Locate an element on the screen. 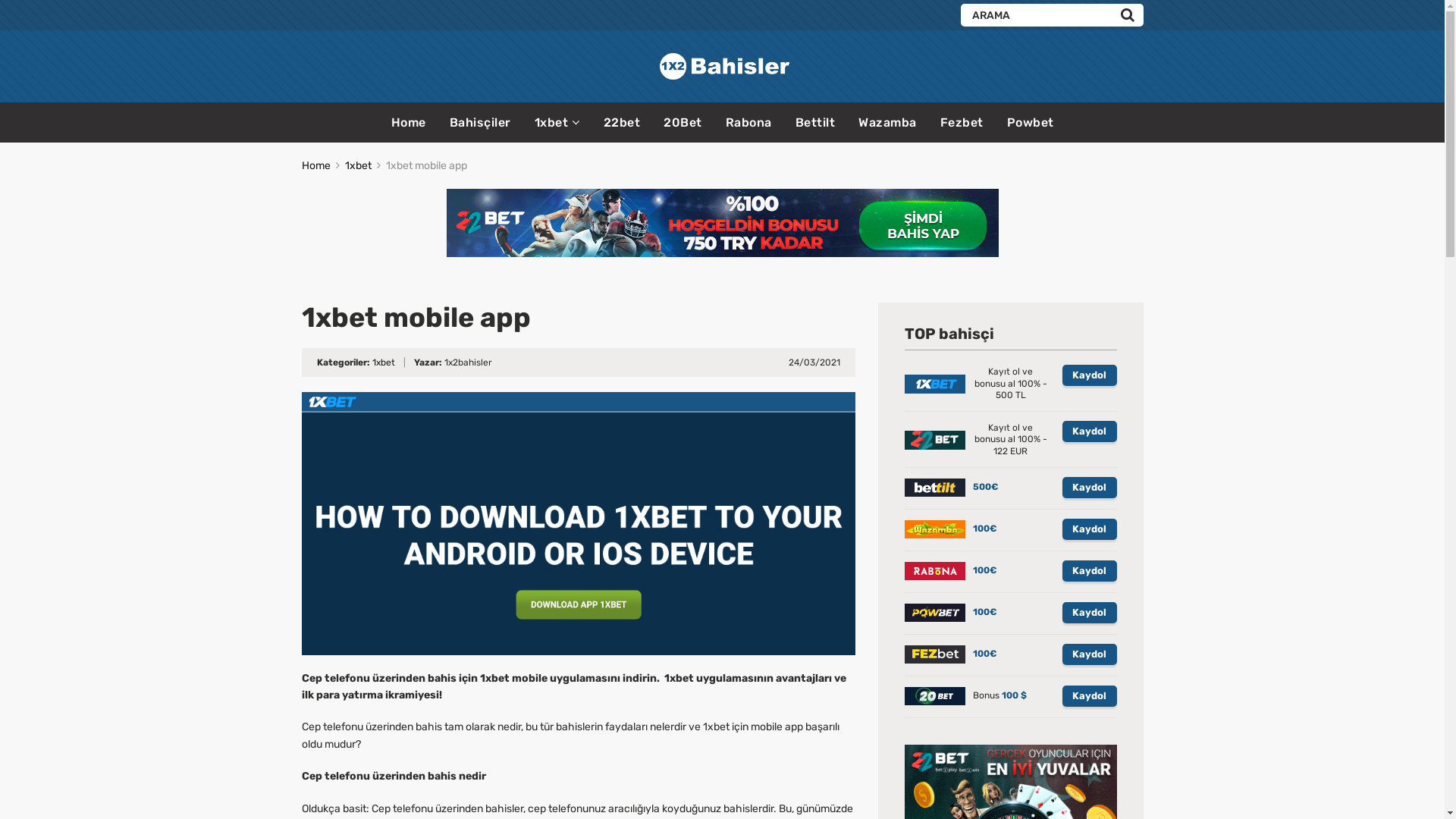 The image size is (1456, 819). 'Kaydol' is located at coordinates (1087, 431).